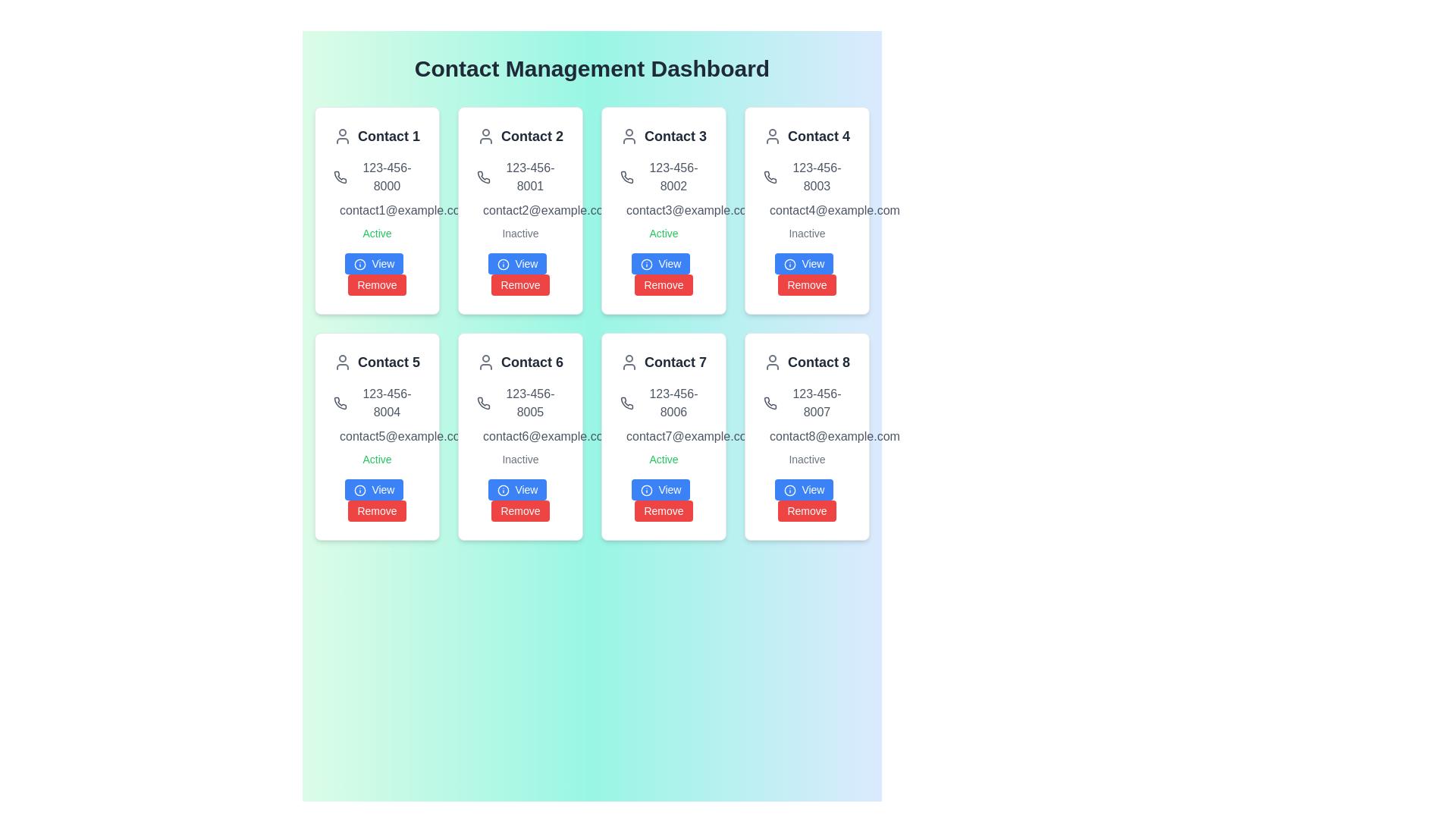  Describe the element at coordinates (646, 264) in the screenshot. I see `the information icon within the blue 'View' button in the 'Contact 3' card located in the first row and third column of the contact grid` at that location.